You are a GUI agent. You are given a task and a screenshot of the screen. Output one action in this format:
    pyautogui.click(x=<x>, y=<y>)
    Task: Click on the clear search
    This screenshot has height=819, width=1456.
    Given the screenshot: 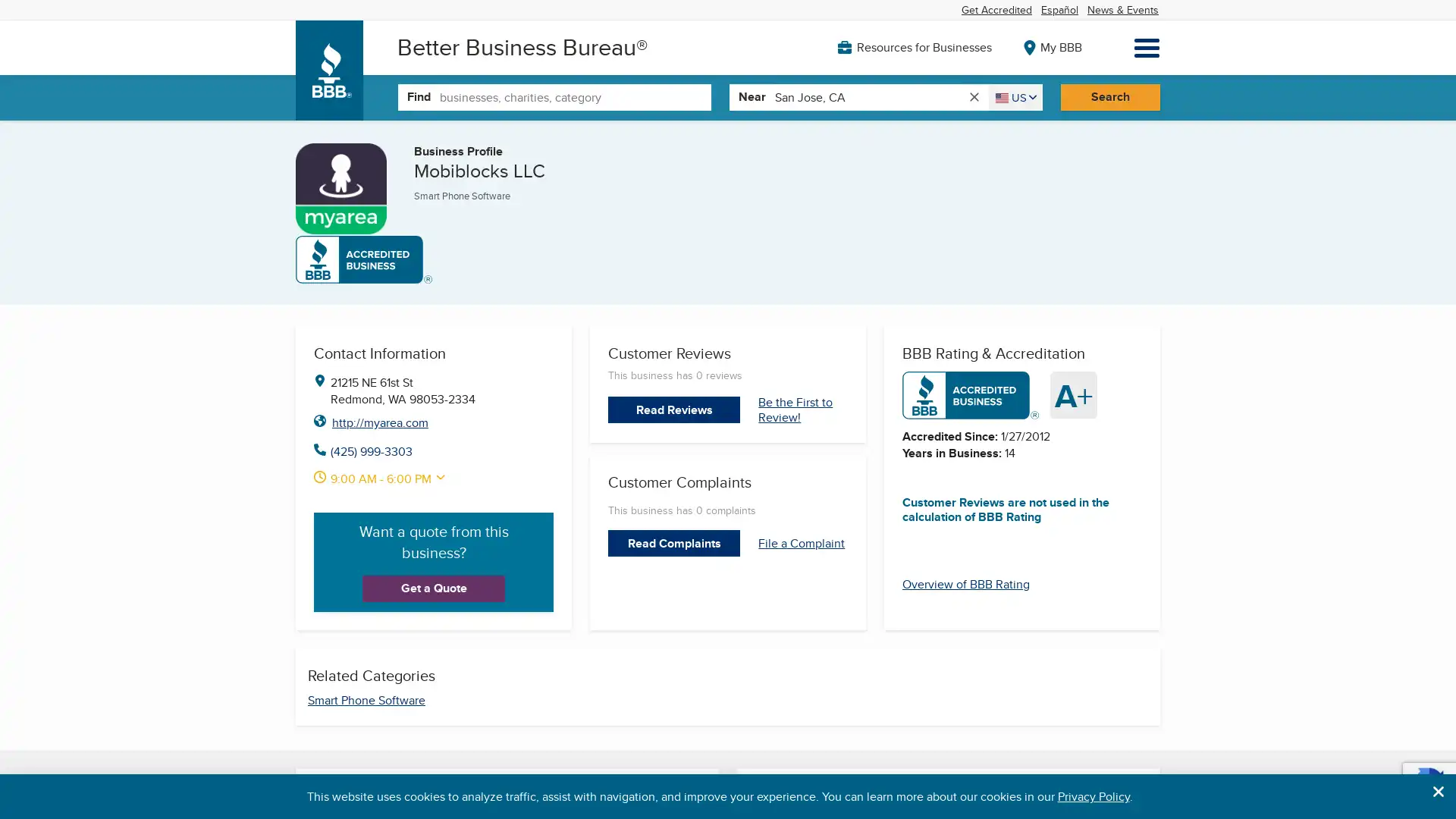 What is the action you would take?
    pyautogui.click(x=973, y=96)
    